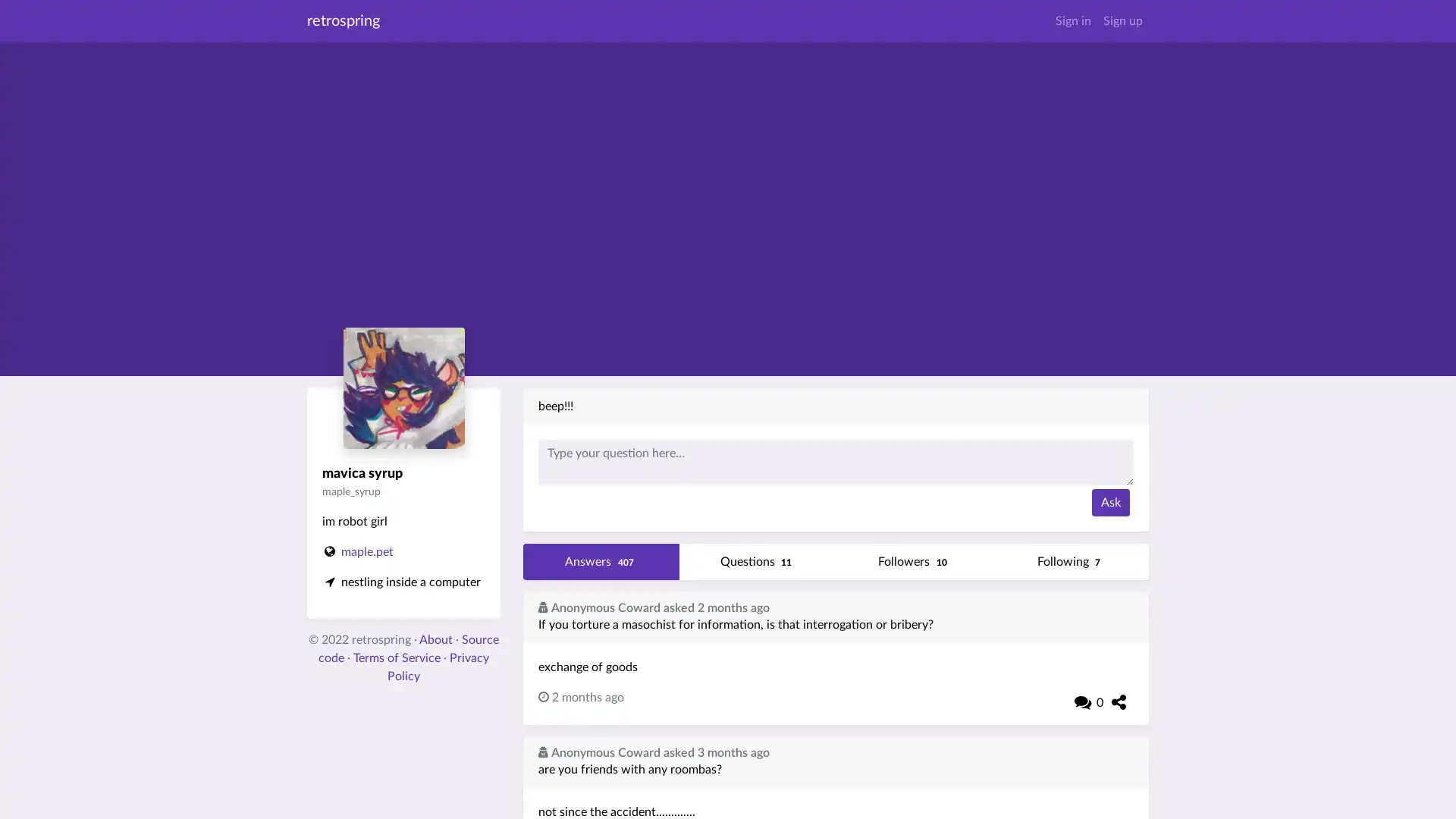 The image size is (1456, 819). Describe the element at coordinates (1110, 503) in the screenshot. I see `Ask` at that location.